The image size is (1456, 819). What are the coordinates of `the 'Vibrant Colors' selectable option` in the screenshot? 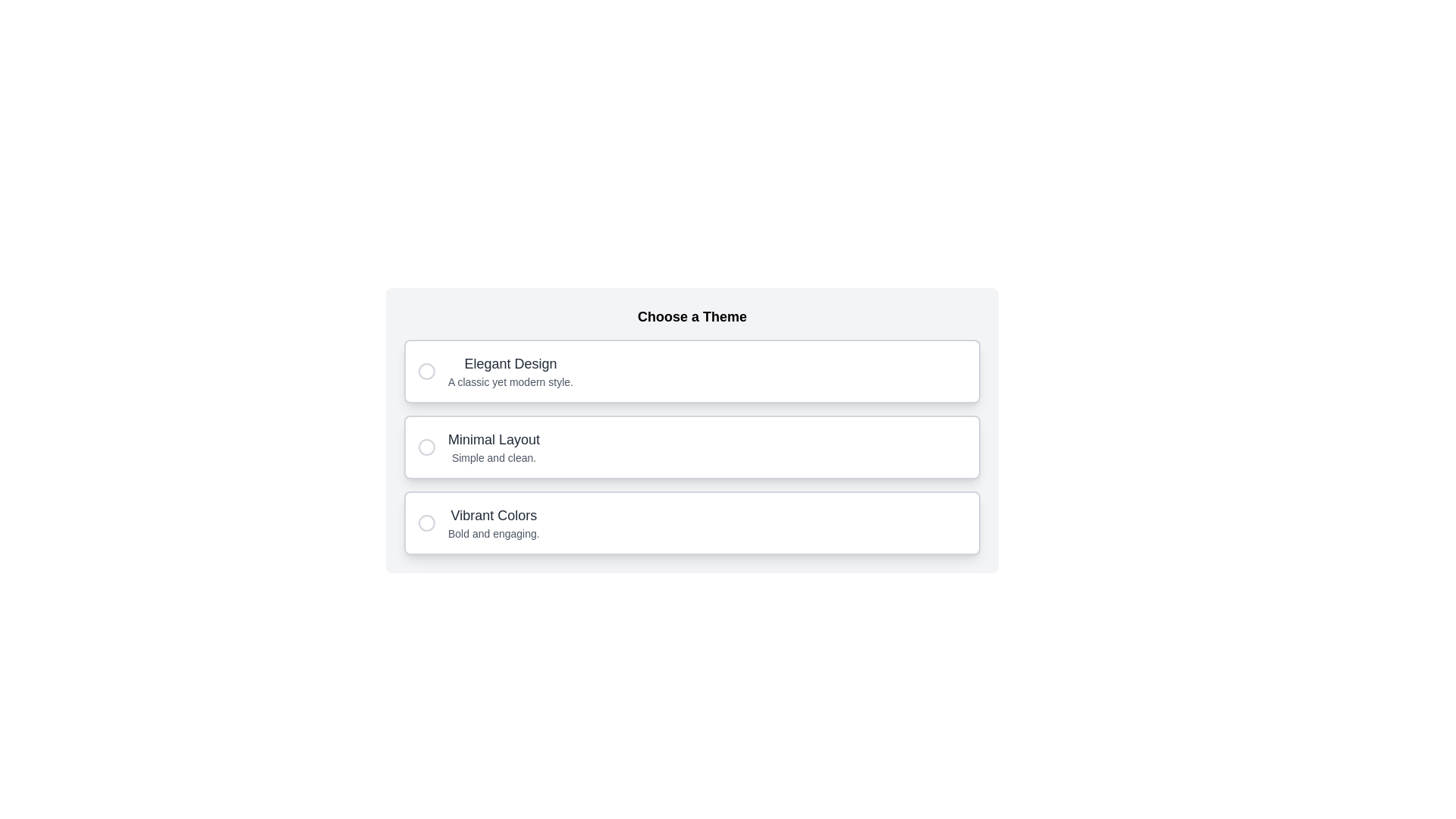 It's located at (691, 522).